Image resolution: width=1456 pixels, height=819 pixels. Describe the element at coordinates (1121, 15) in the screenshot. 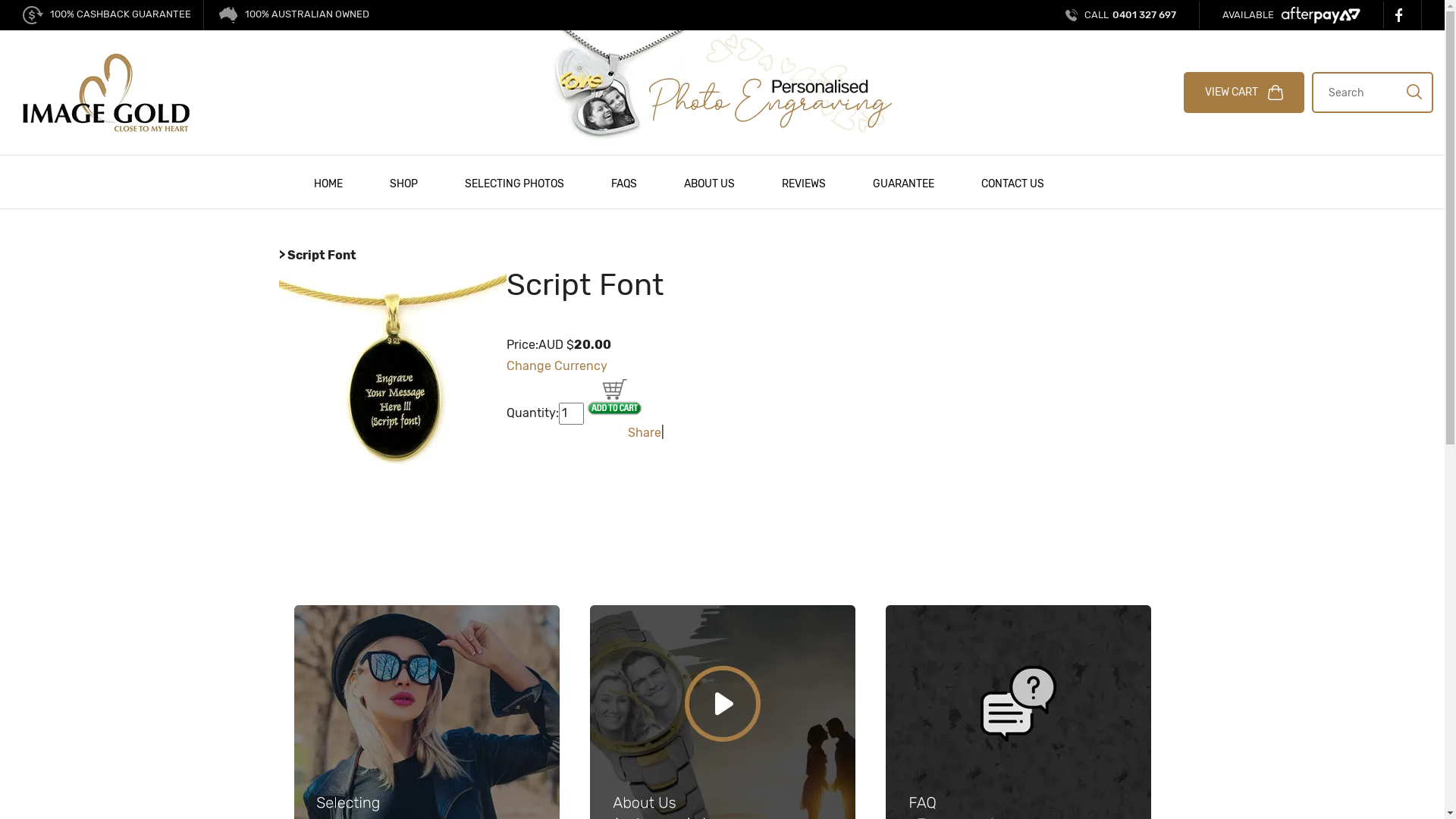

I see `'CALL0401 327 697'` at that location.